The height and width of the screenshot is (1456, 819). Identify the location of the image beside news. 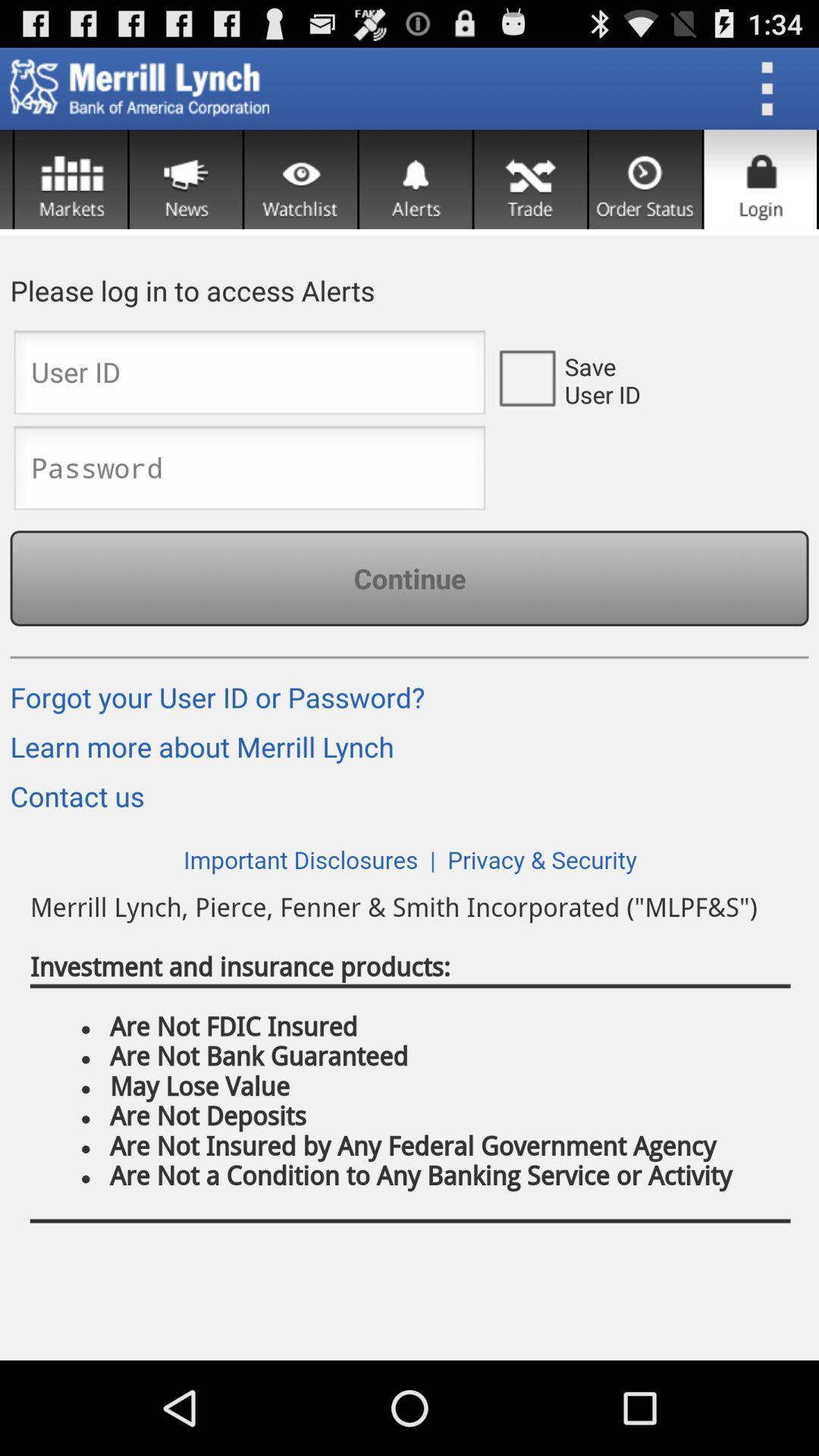
(71, 179).